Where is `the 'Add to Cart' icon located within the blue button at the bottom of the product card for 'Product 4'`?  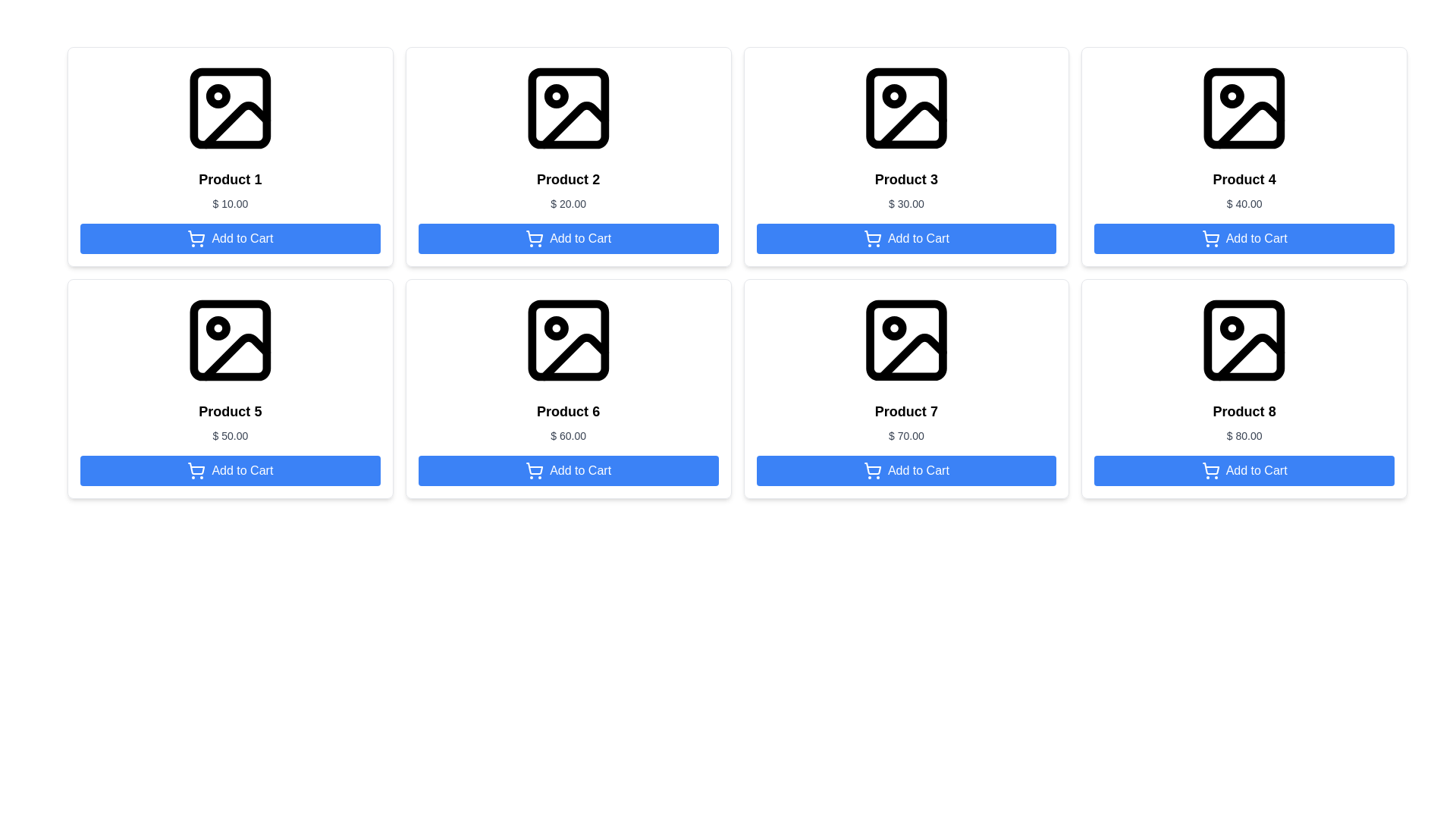
the 'Add to Cart' icon located within the blue button at the bottom of the product card for 'Product 4' is located at coordinates (1210, 237).